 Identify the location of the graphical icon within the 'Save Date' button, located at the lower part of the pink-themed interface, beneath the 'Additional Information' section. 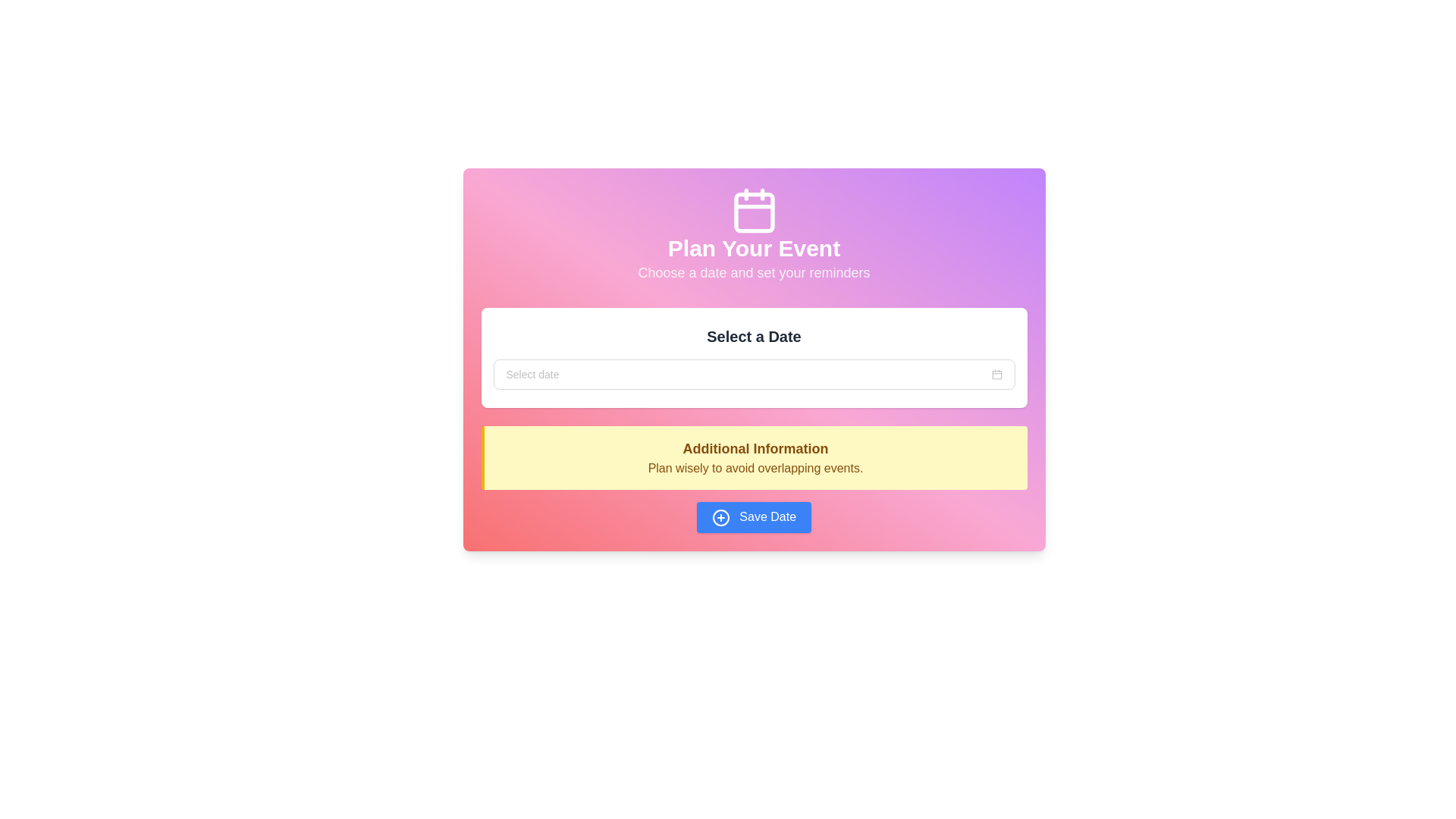
(720, 516).